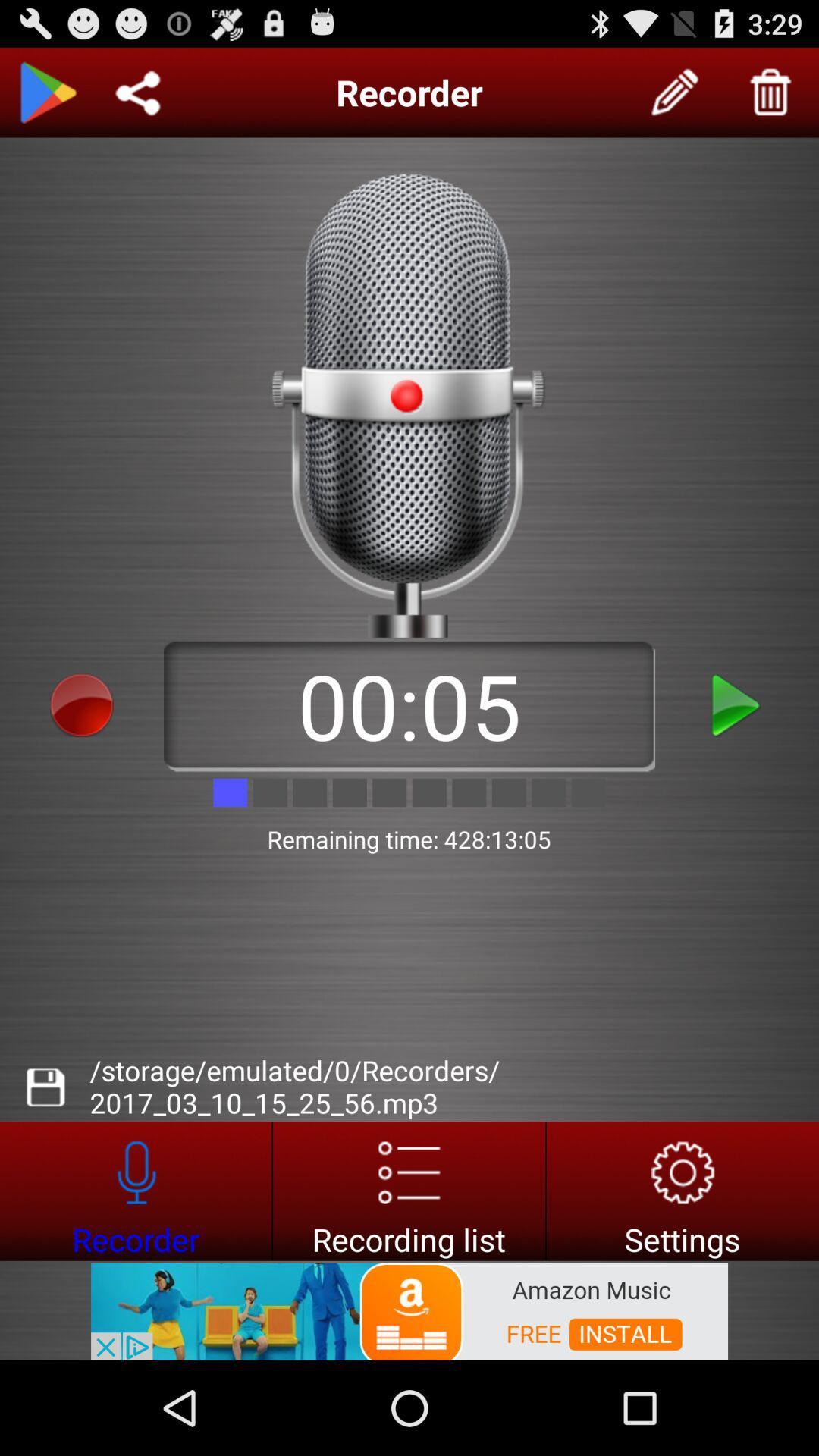 The image size is (819, 1456). Describe the element at coordinates (46, 98) in the screenshot. I see `the play icon` at that location.